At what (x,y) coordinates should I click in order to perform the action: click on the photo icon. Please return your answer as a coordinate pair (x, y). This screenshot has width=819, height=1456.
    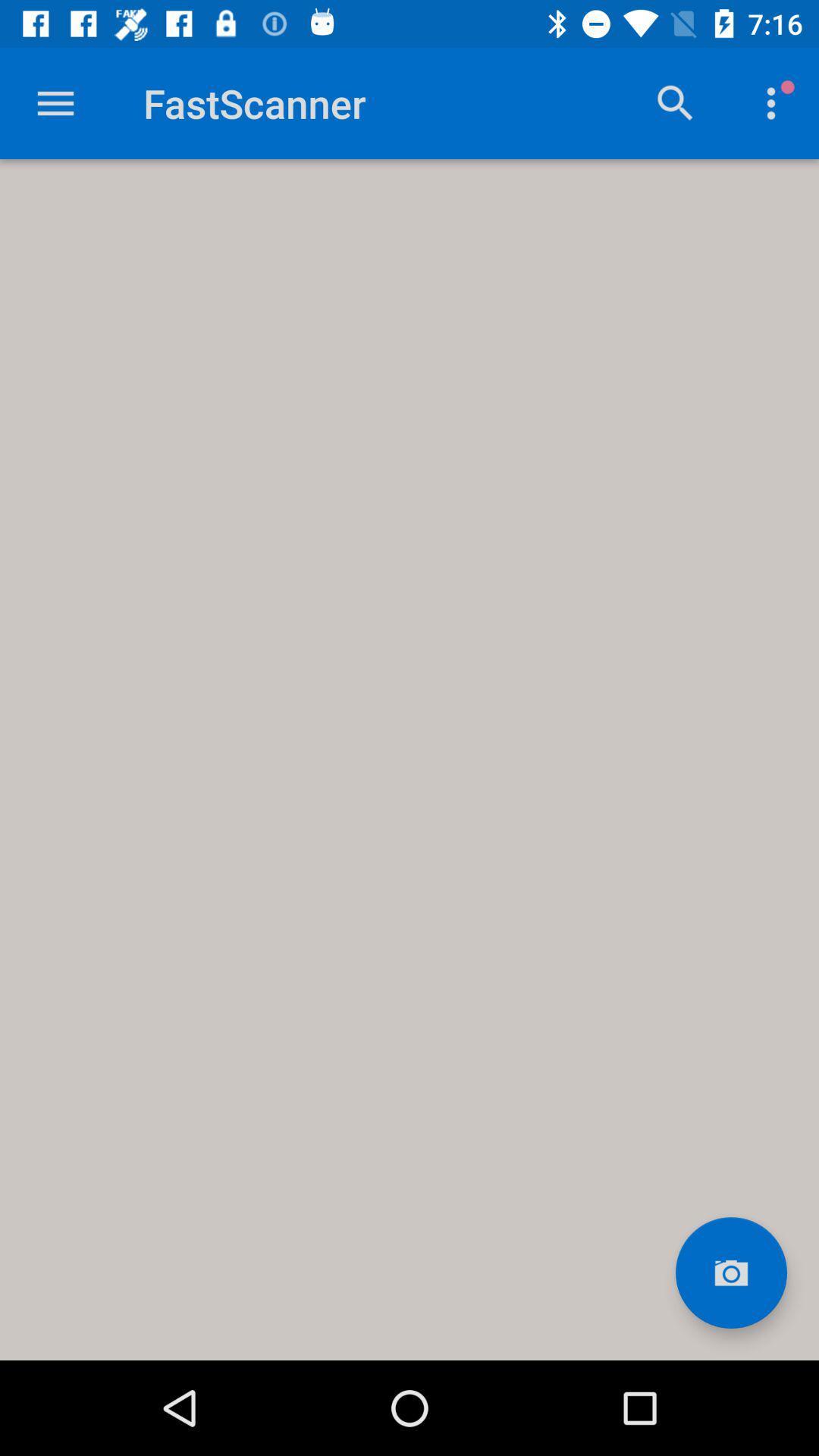
    Looking at the image, I should click on (730, 1272).